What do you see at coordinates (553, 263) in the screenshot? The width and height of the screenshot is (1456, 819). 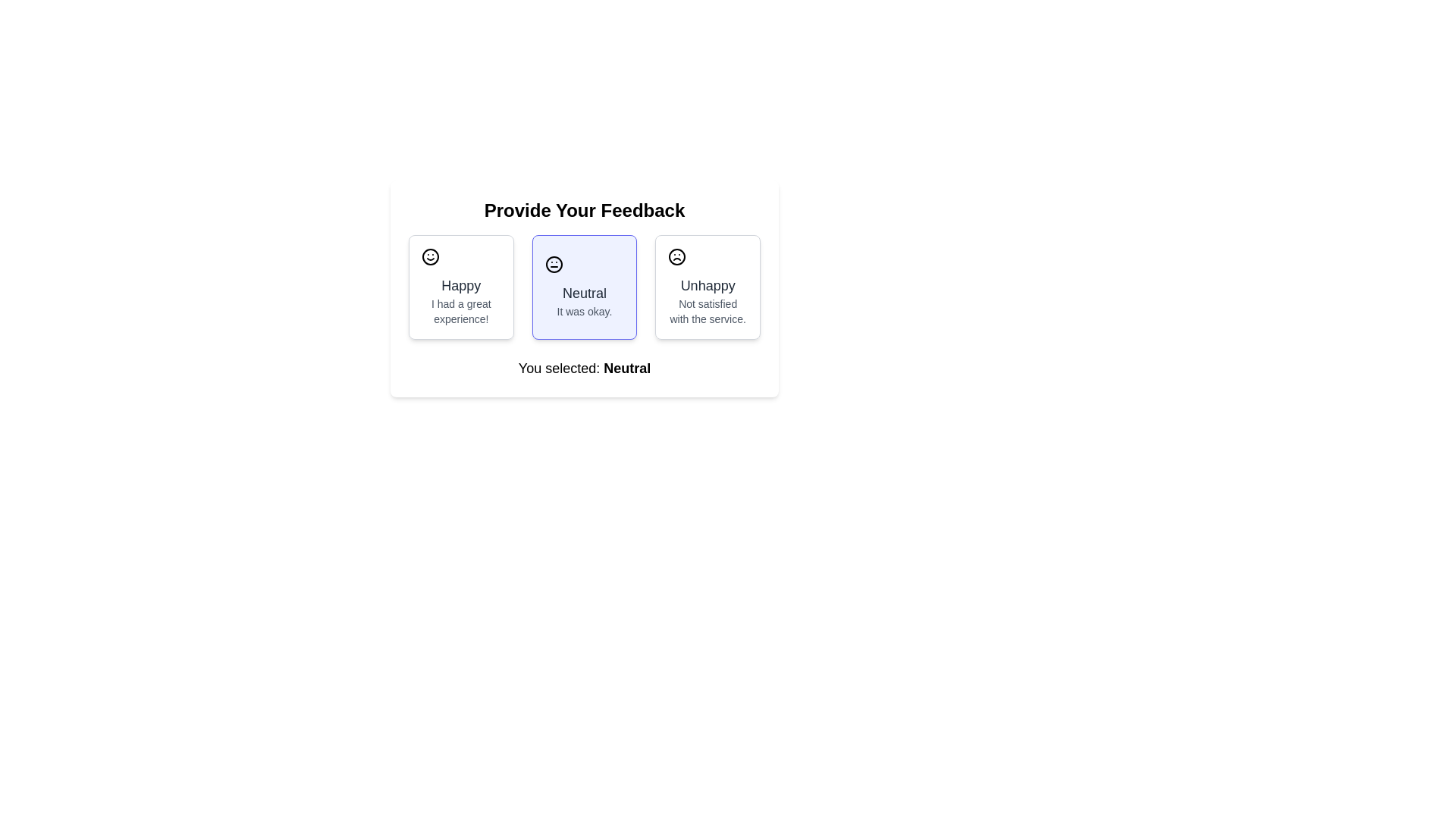 I see `the circular icon representing the 'Neutral' mood selection in the feedback form, located in the center of the feedback options row` at bounding box center [553, 263].